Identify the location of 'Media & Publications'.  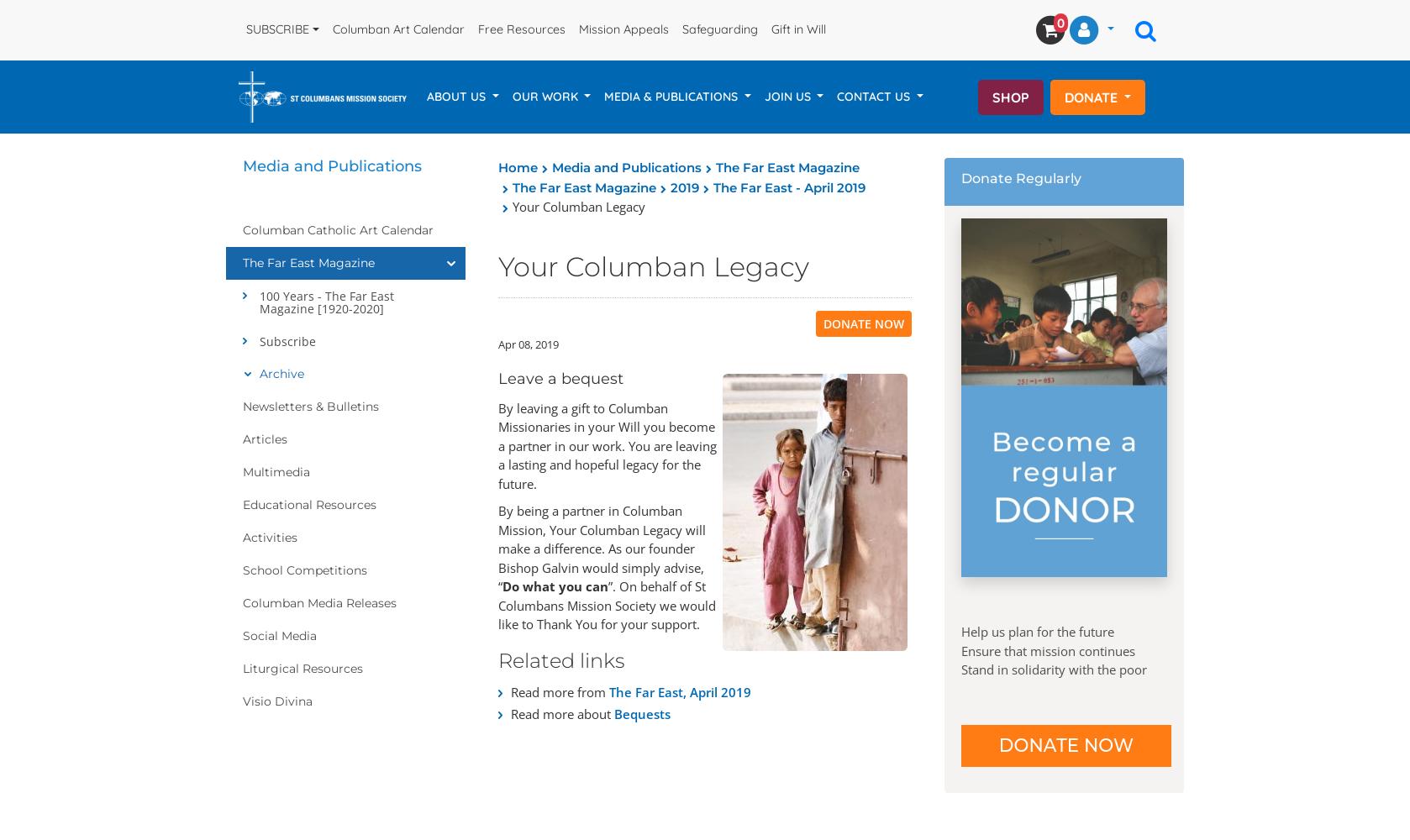
(671, 96).